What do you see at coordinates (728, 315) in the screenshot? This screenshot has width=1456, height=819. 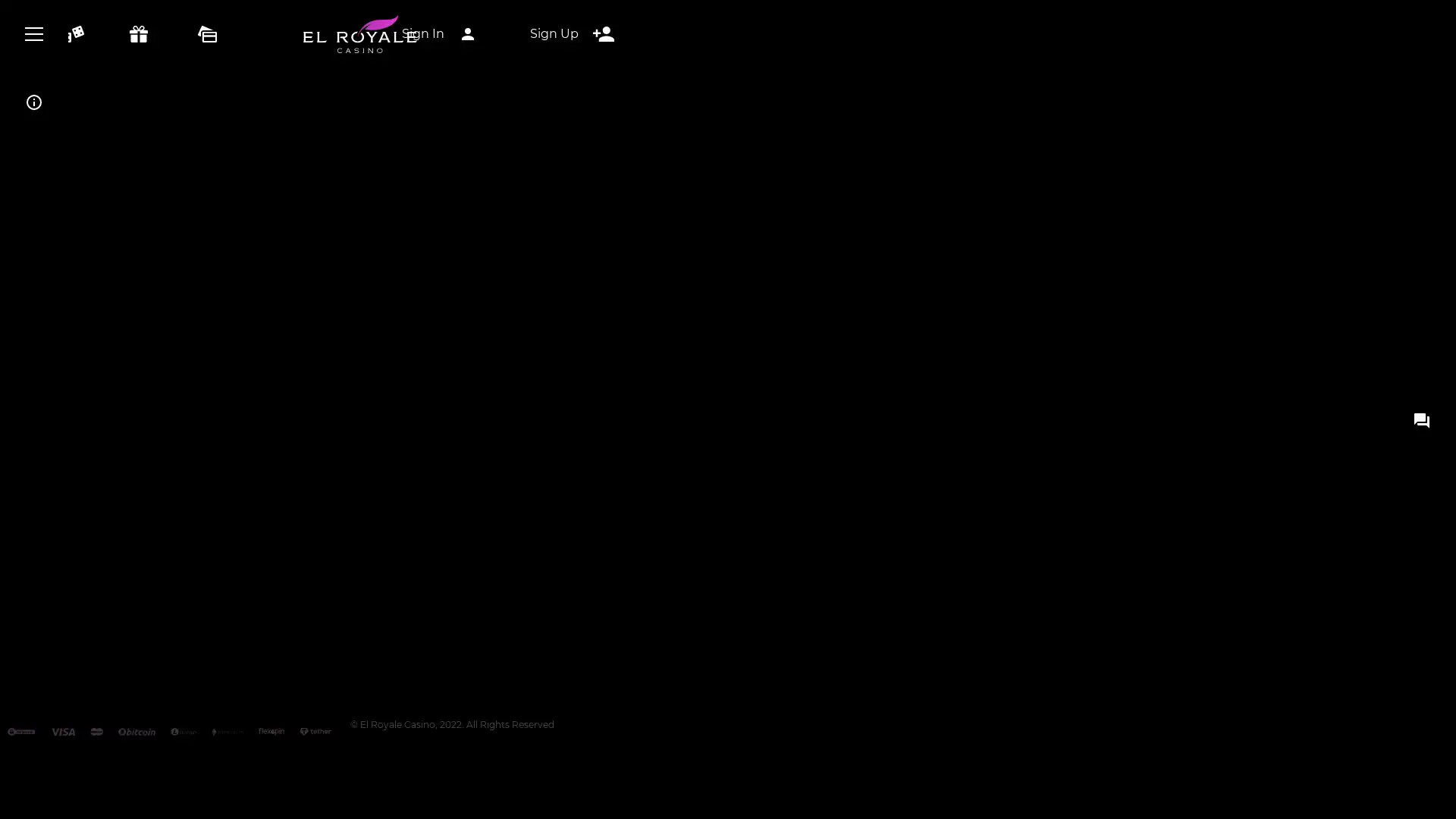 I see `Chat` at bounding box center [728, 315].